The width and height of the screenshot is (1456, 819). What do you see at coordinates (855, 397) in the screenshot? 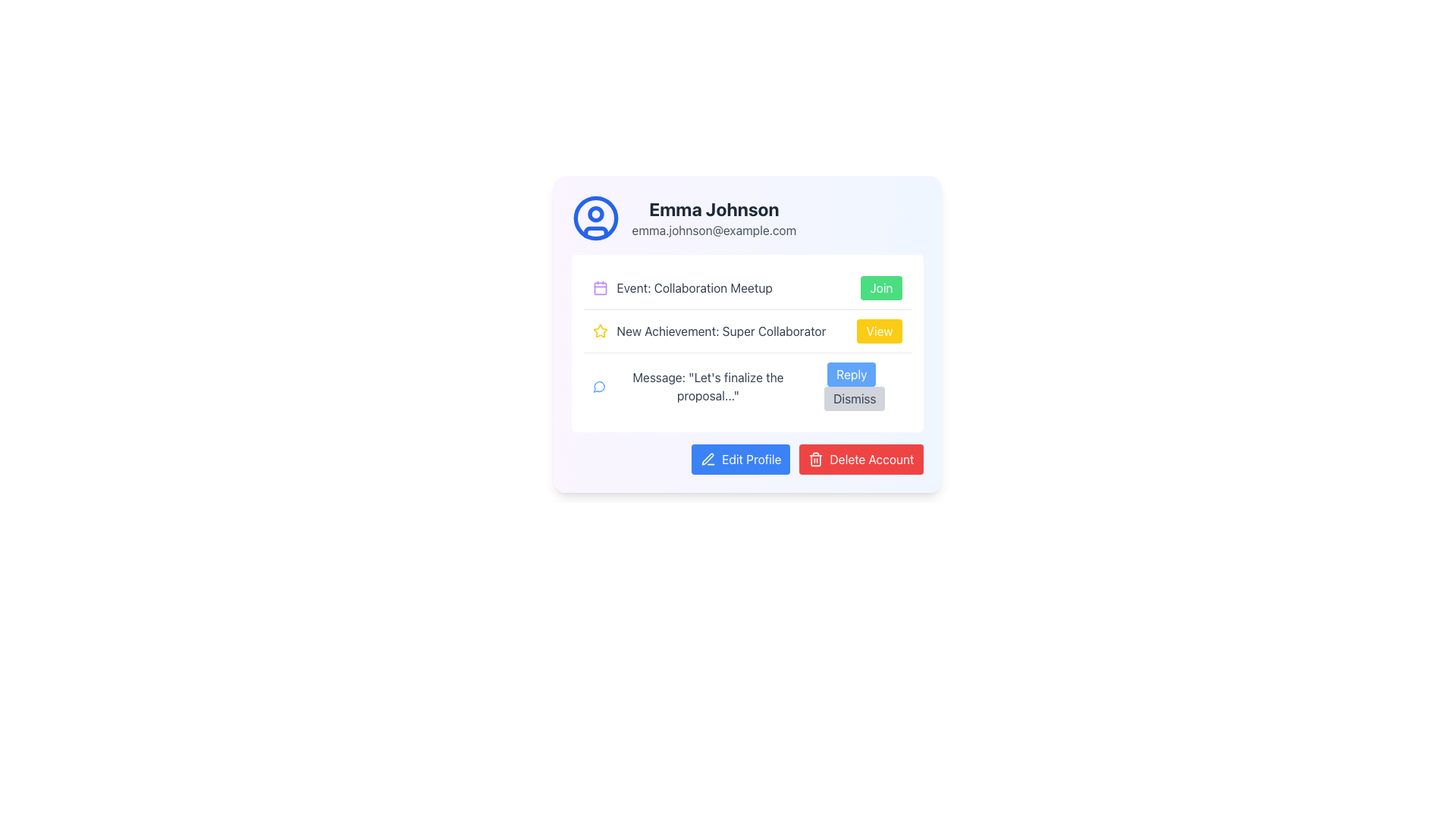
I see `the 'Dismiss' button, which is a rectangular button with rounded corners and labeled in gray text, situated to the right below the message about finalizing a proposal` at bounding box center [855, 397].